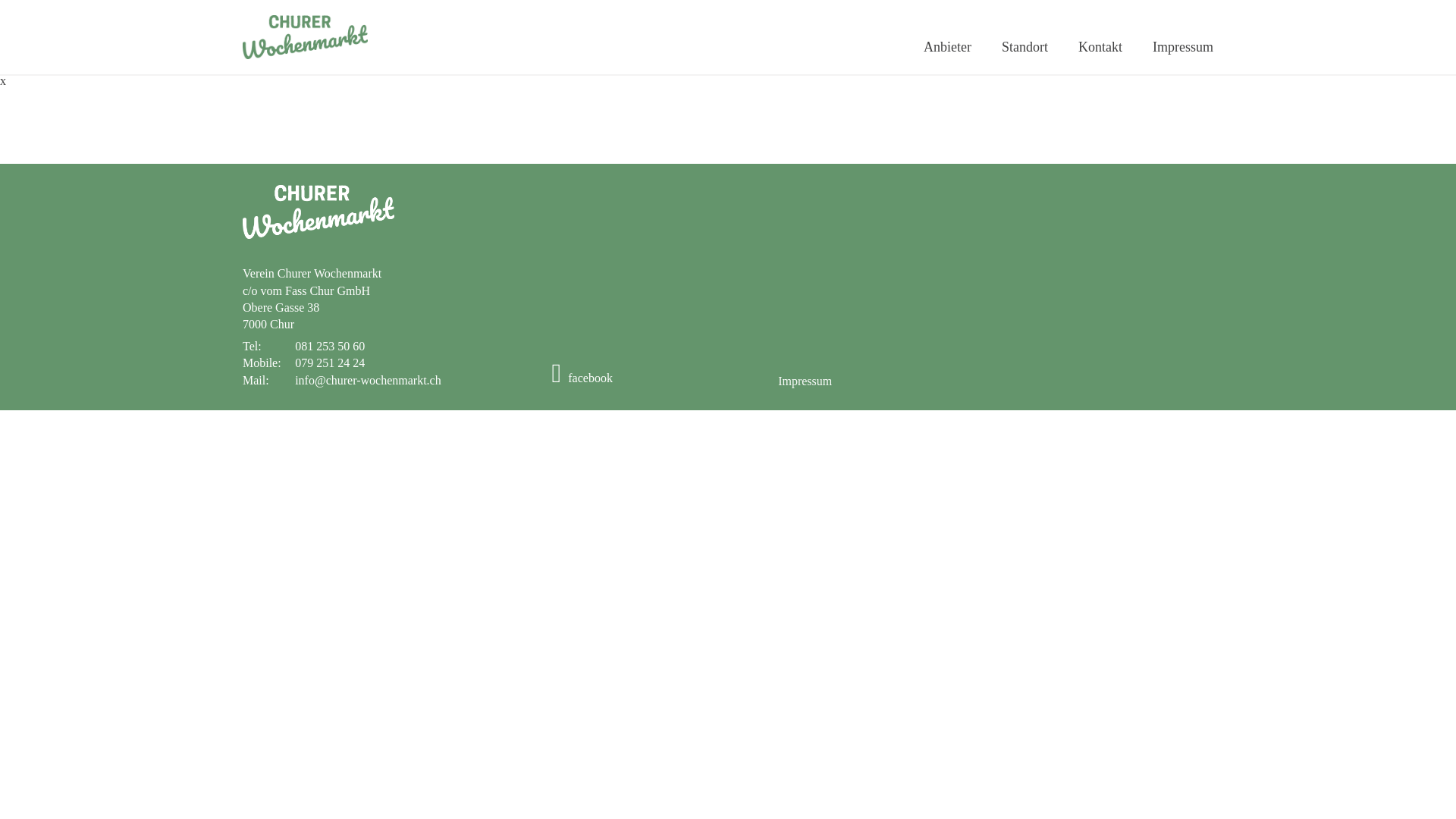  What do you see at coordinates (804, 380) in the screenshot?
I see `'Impressum'` at bounding box center [804, 380].